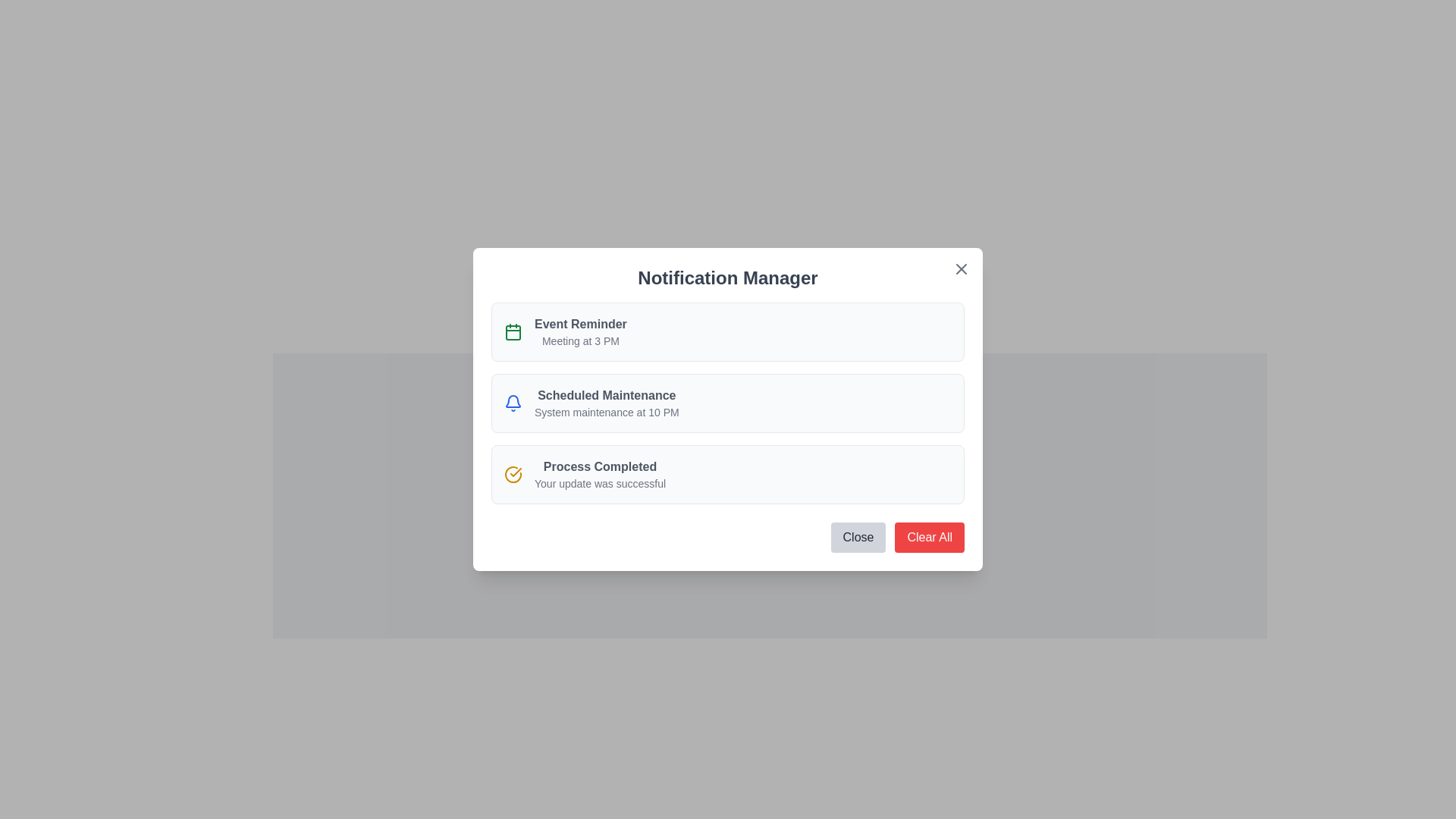  I want to click on the 'Close' button with rounded corners and light gray background located in the bottom-right corner of the 'Notification Manager' modal, so click(858, 537).